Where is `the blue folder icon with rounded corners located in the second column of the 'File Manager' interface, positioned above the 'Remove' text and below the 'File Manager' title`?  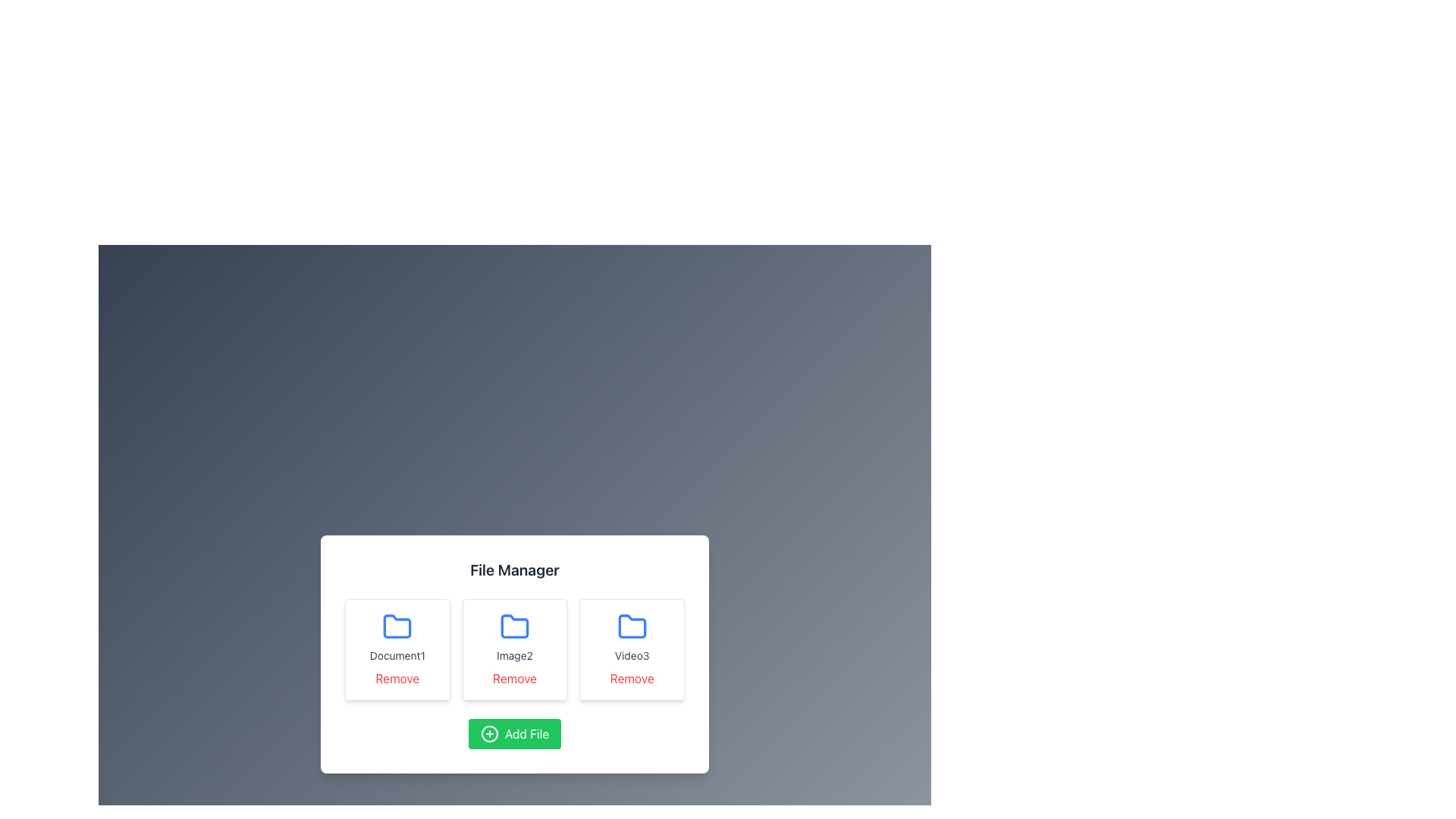 the blue folder icon with rounded corners located in the second column of the 'File Manager' interface, positioned above the 'Remove' text and below the 'File Manager' title is located at coordinates (514, 626).